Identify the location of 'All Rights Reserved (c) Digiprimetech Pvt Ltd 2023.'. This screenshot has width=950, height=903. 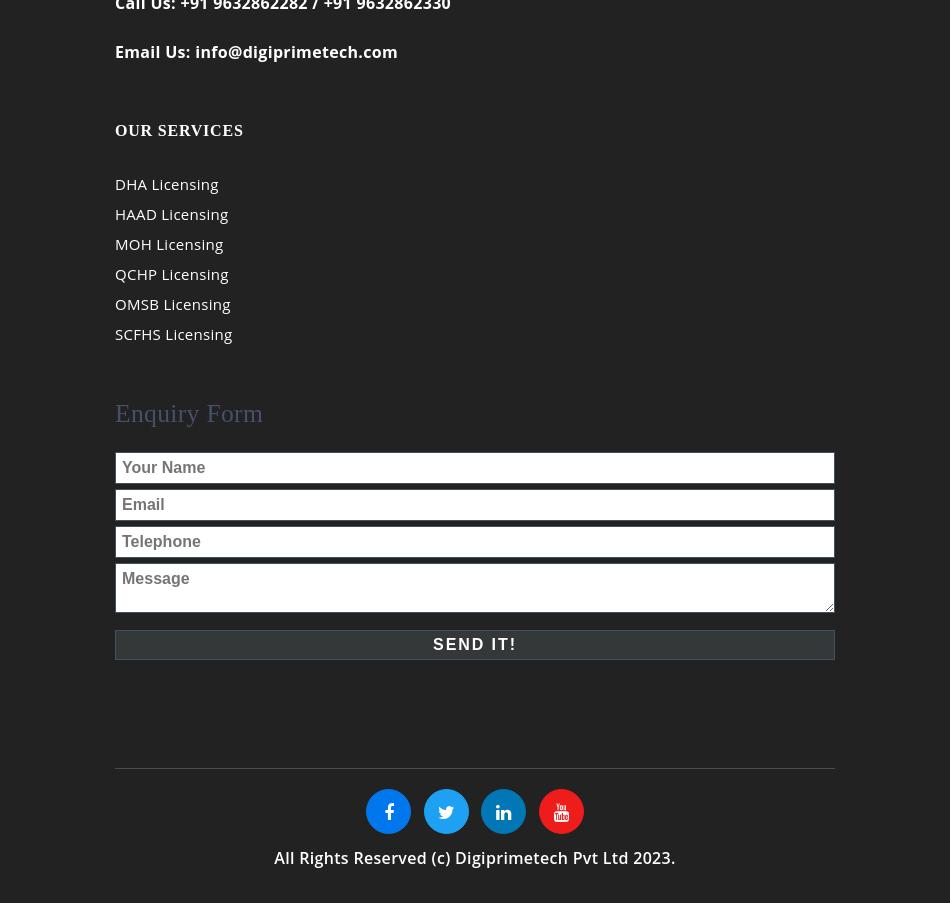
(473, 871).